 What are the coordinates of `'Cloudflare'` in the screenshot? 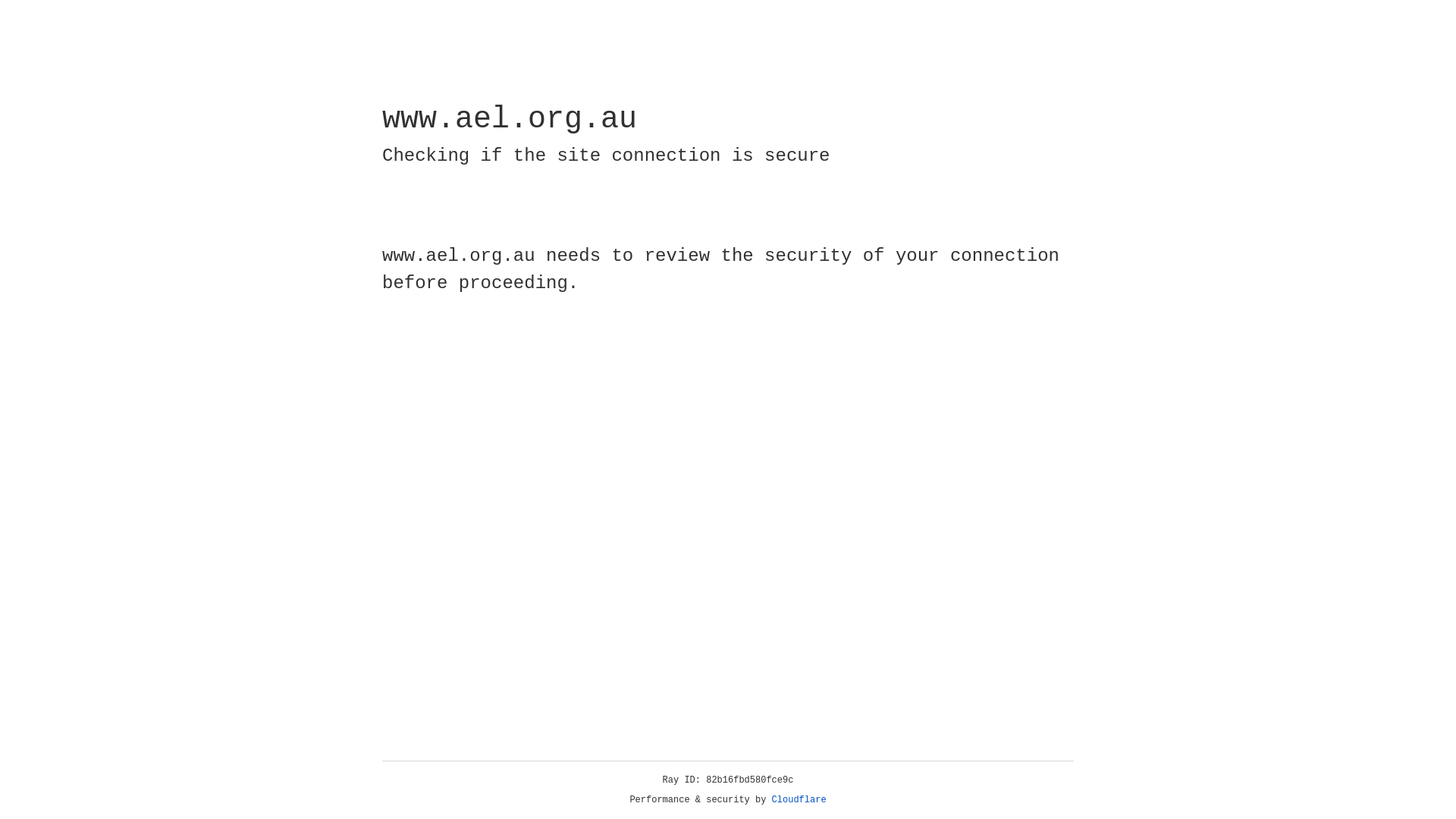 It's located at (799, 799).